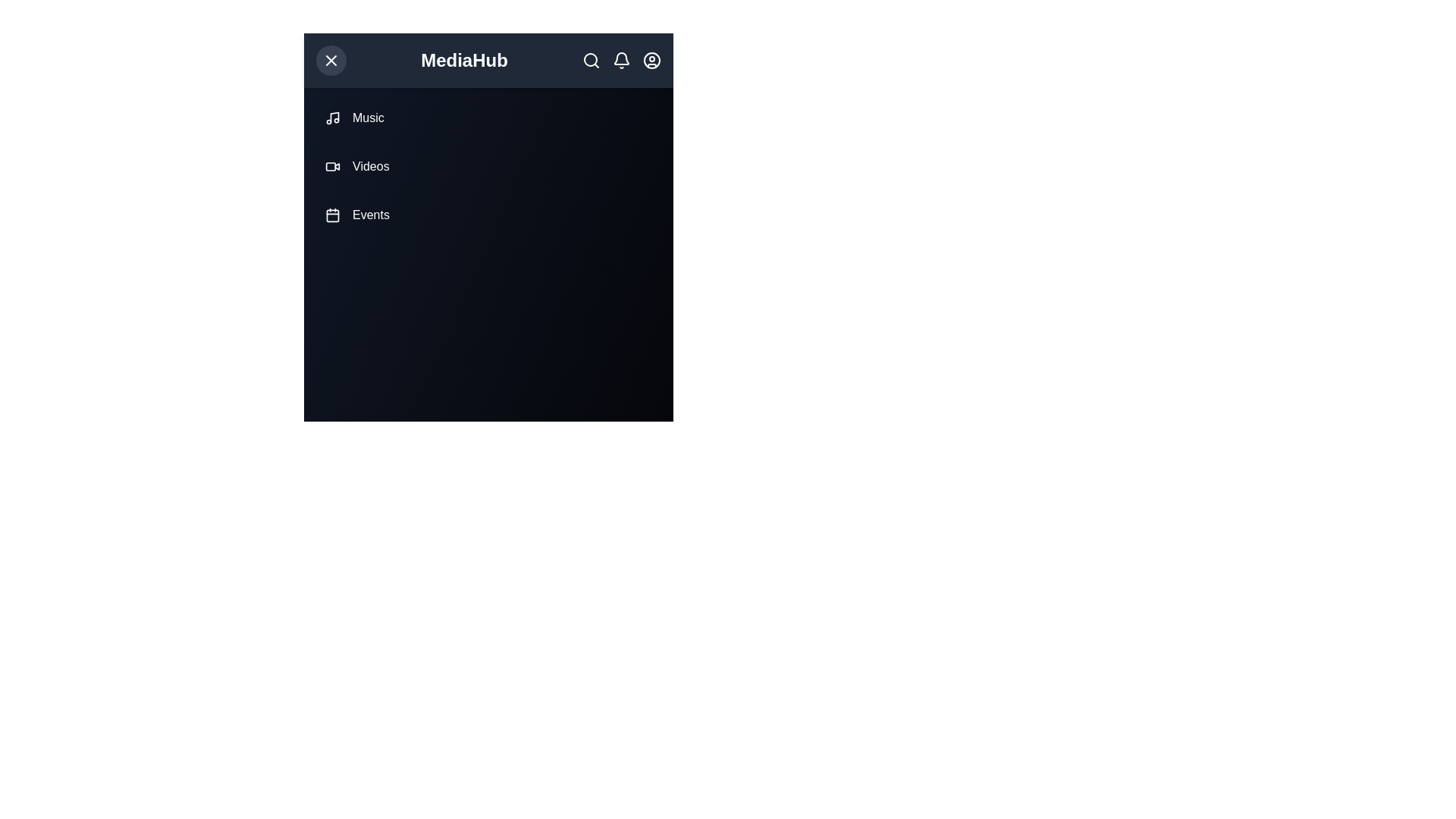 The height and width of the screenshot is (819, 1456). I want to click on the notification bell icon at the top-right corner of the header, so click(622, 60).